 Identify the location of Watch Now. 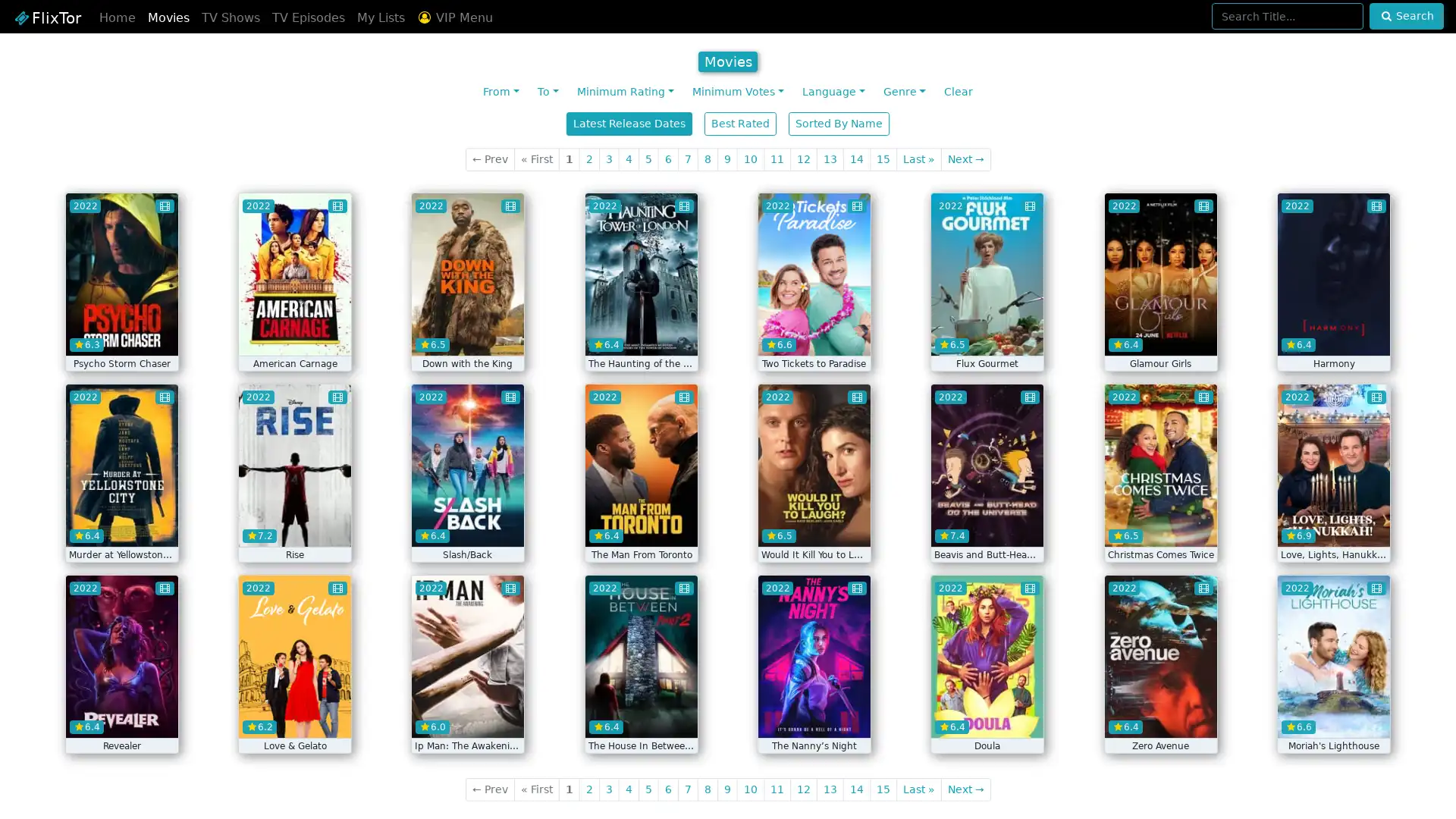
(641, 523).